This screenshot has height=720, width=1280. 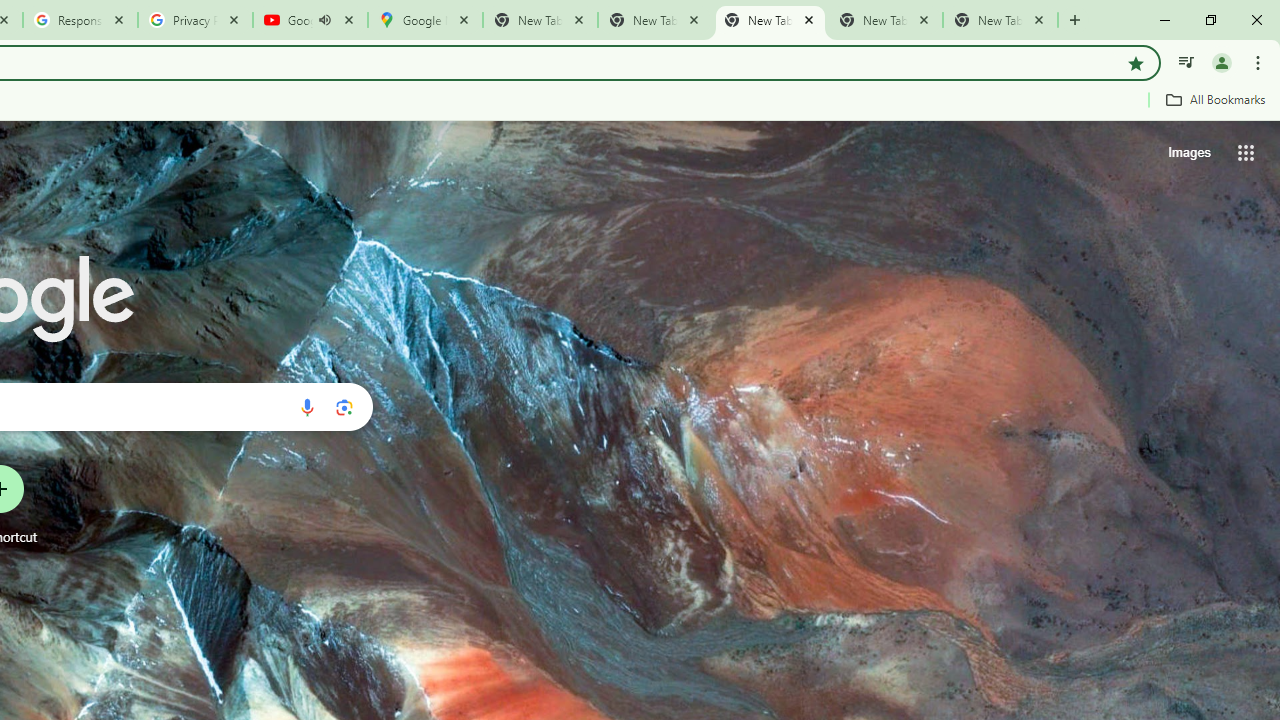 What do you see at coordinates (1189, 152) in the screenshot?
I see `'Search for Images '` at bounding box center [1189, 152].